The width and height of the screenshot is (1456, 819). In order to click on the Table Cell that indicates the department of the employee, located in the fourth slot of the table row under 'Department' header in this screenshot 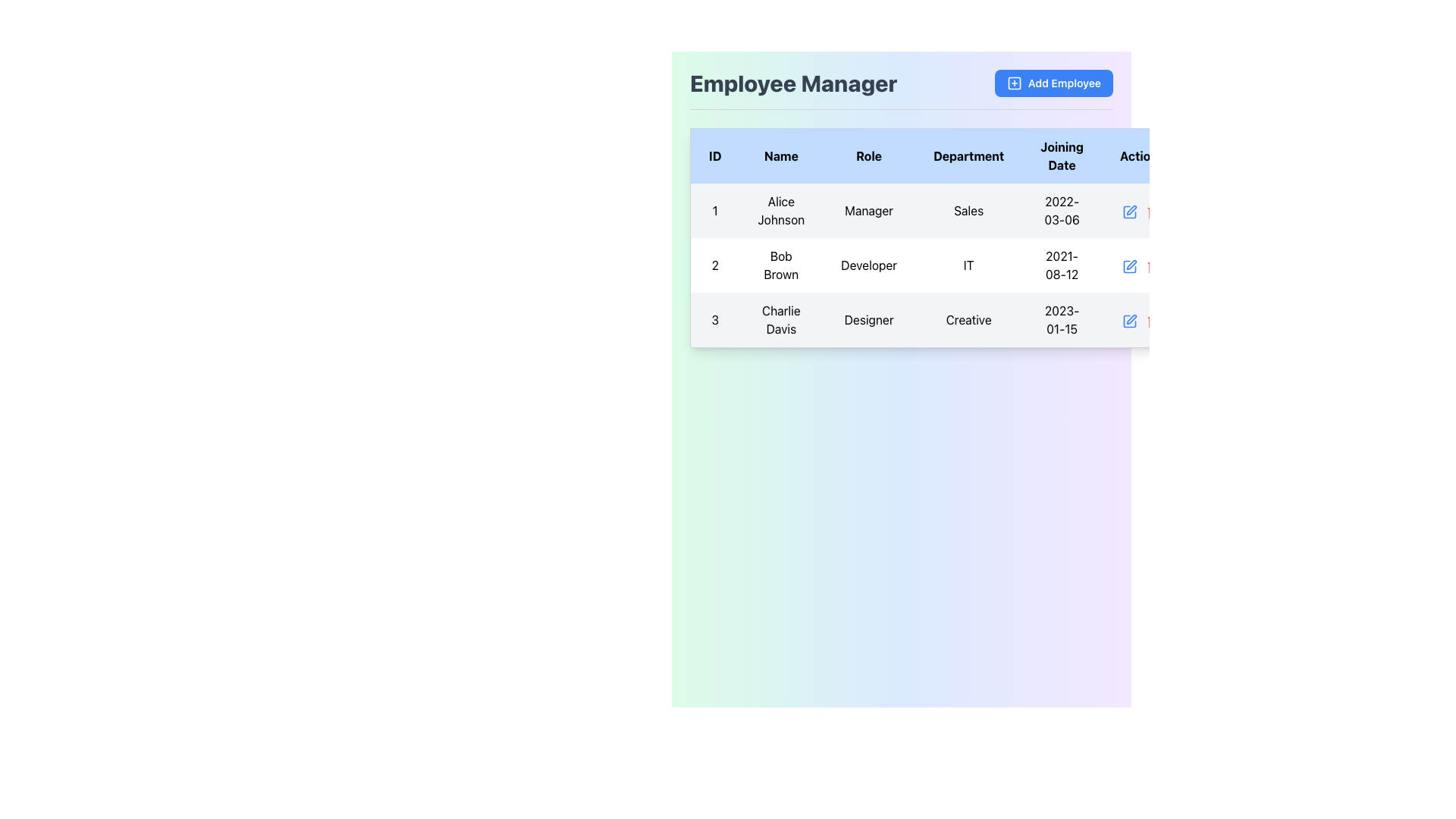, I will do `click(968, 210)`.